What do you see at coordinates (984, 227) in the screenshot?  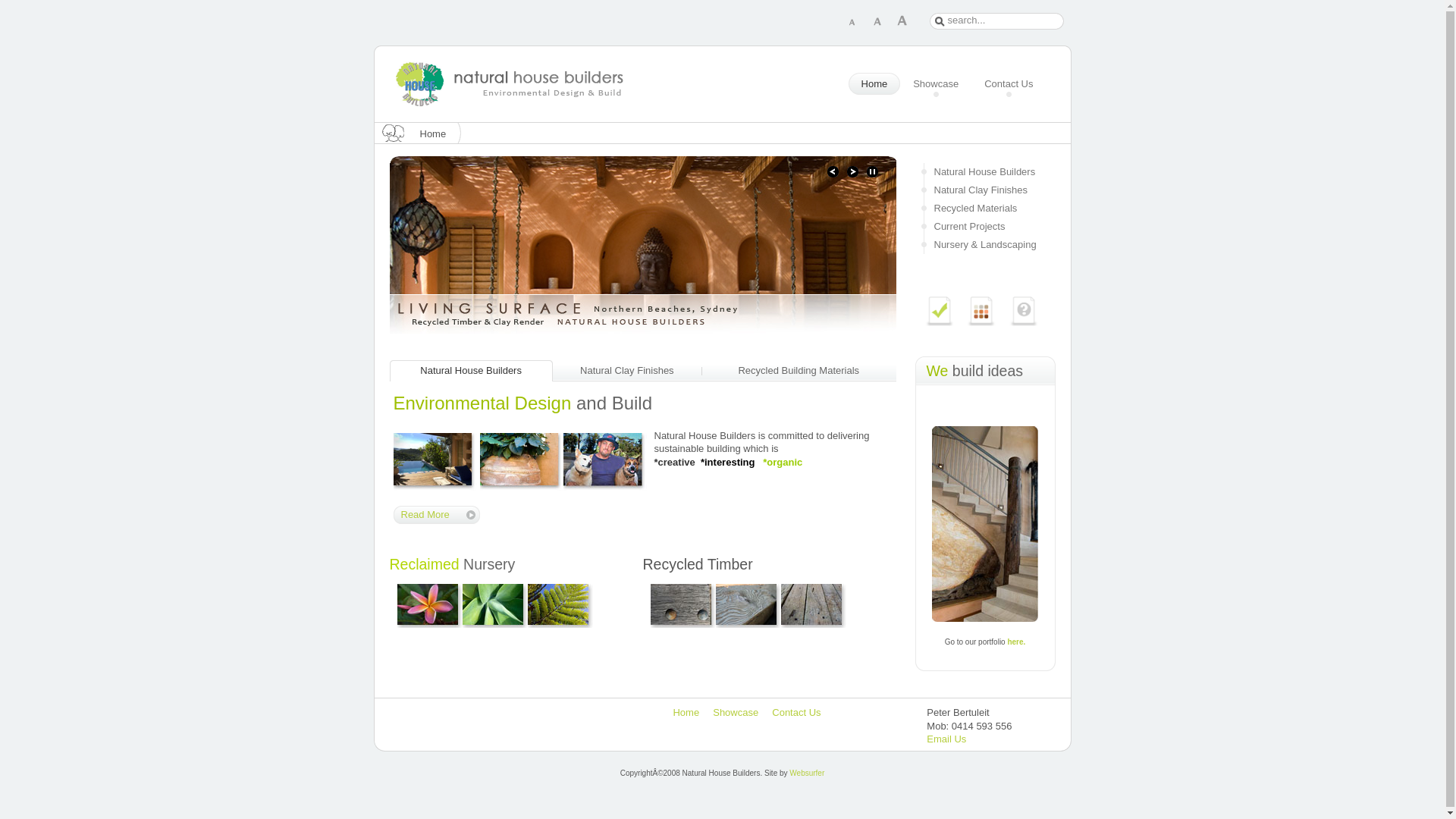 I see `'Current Projects'` at bounding box center [984, 227].